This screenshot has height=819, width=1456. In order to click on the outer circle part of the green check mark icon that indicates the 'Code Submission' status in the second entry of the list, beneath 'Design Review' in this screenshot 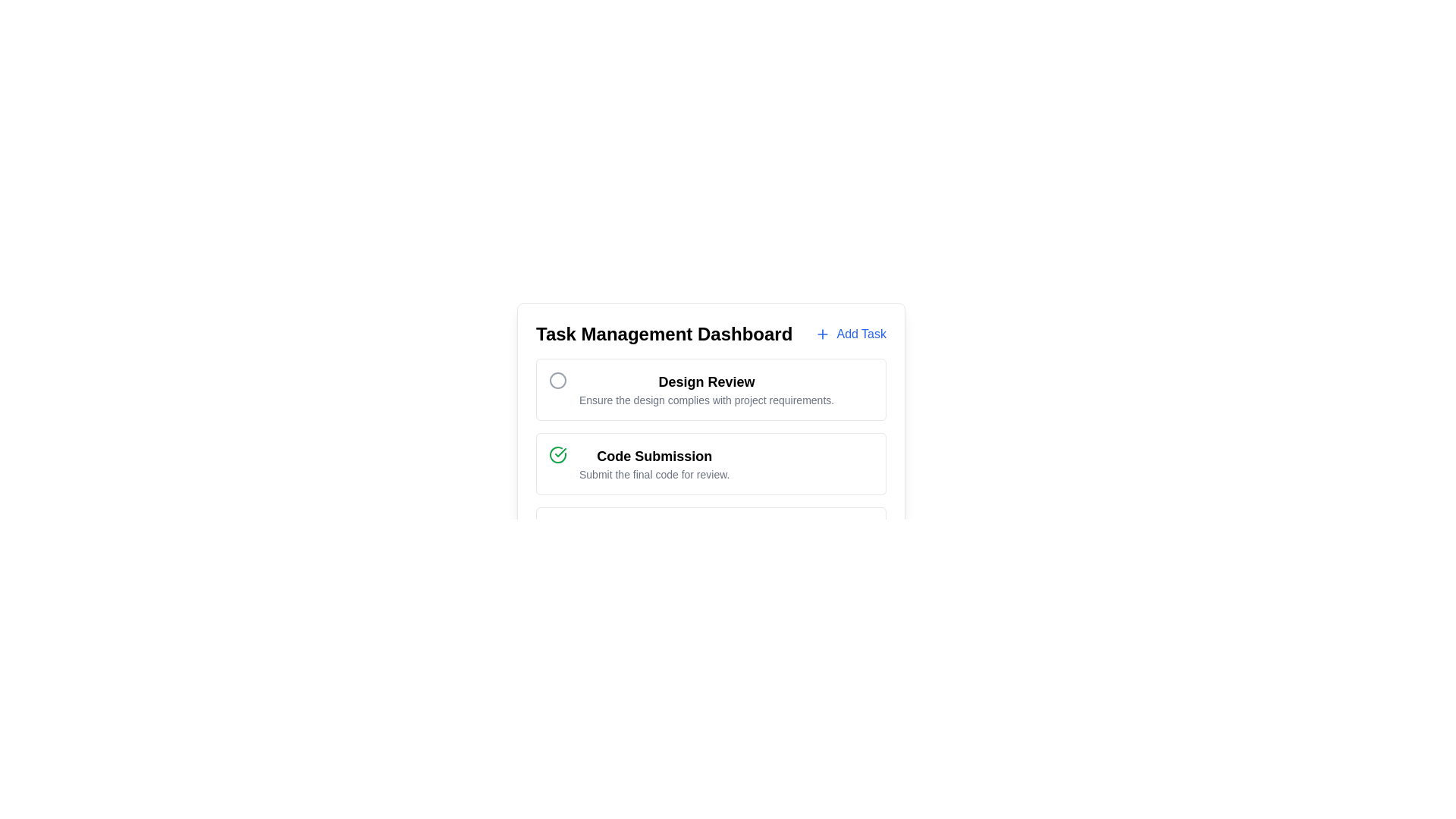, I will do `click(557, 454)`.